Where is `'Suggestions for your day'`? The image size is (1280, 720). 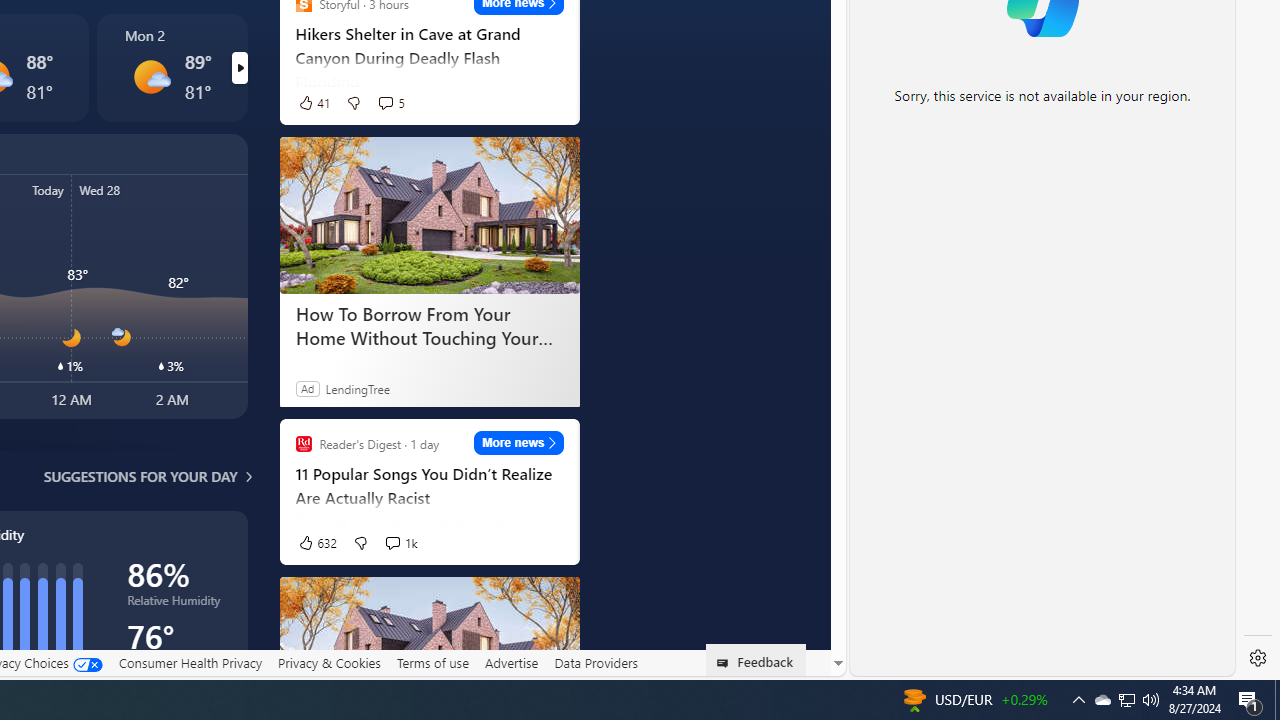
'Suggestions for your day' is located at coordinates (139, 476).